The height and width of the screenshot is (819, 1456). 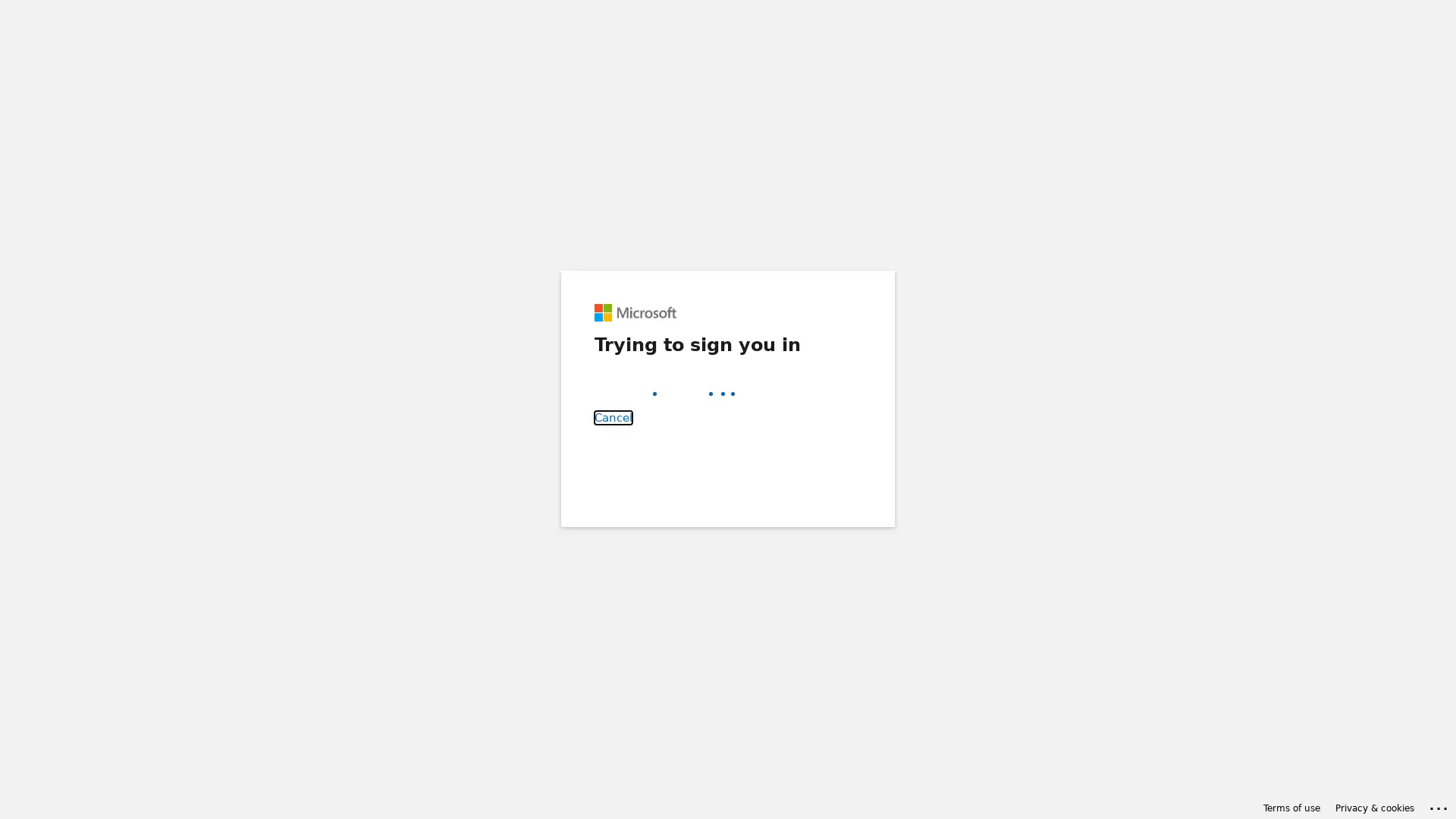 What do you see at coordinates (728, 534) in the screenshot?
I see `Sign-in options` at bounding box center [728, 534].